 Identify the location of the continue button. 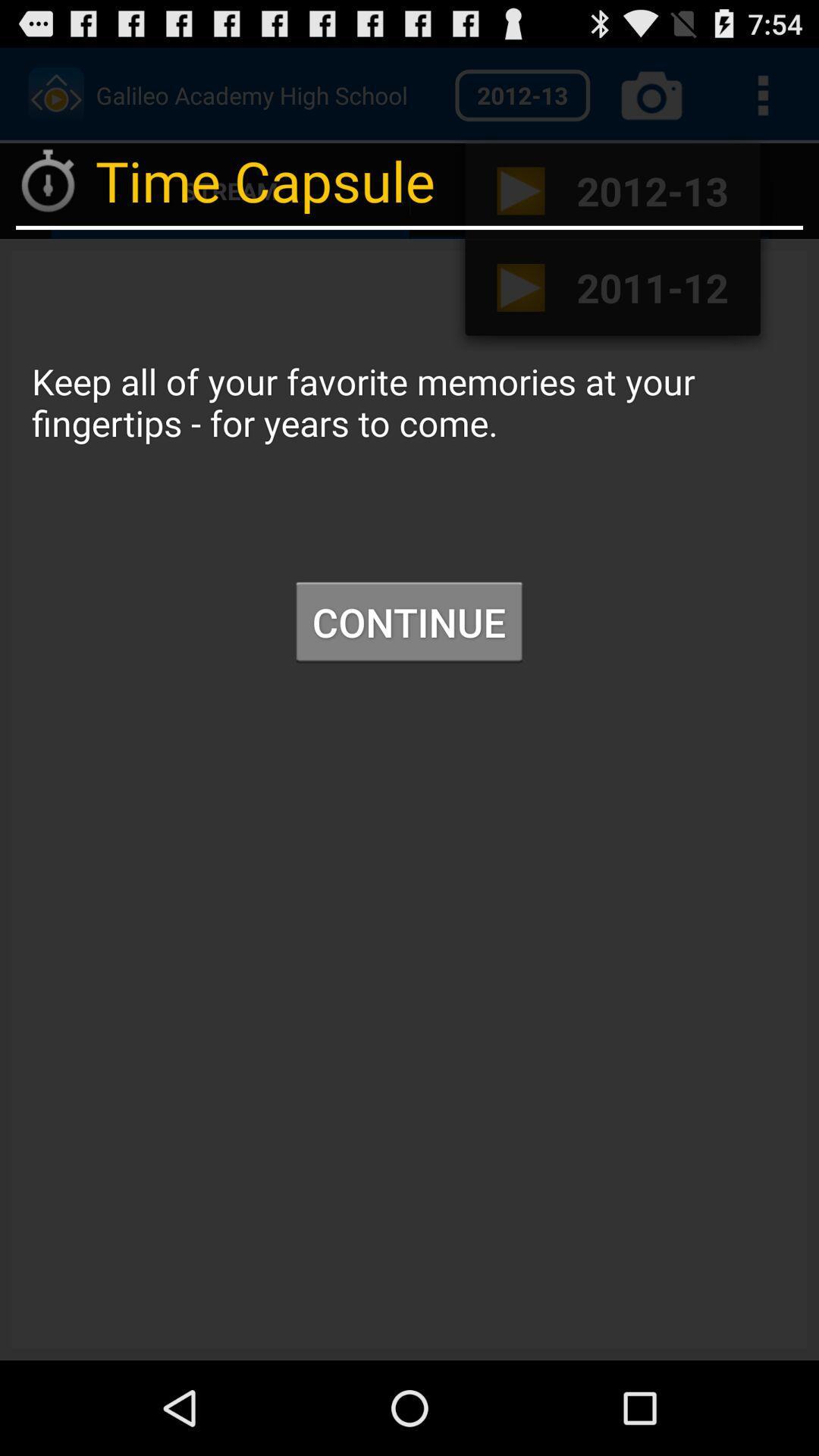
(408, 622).